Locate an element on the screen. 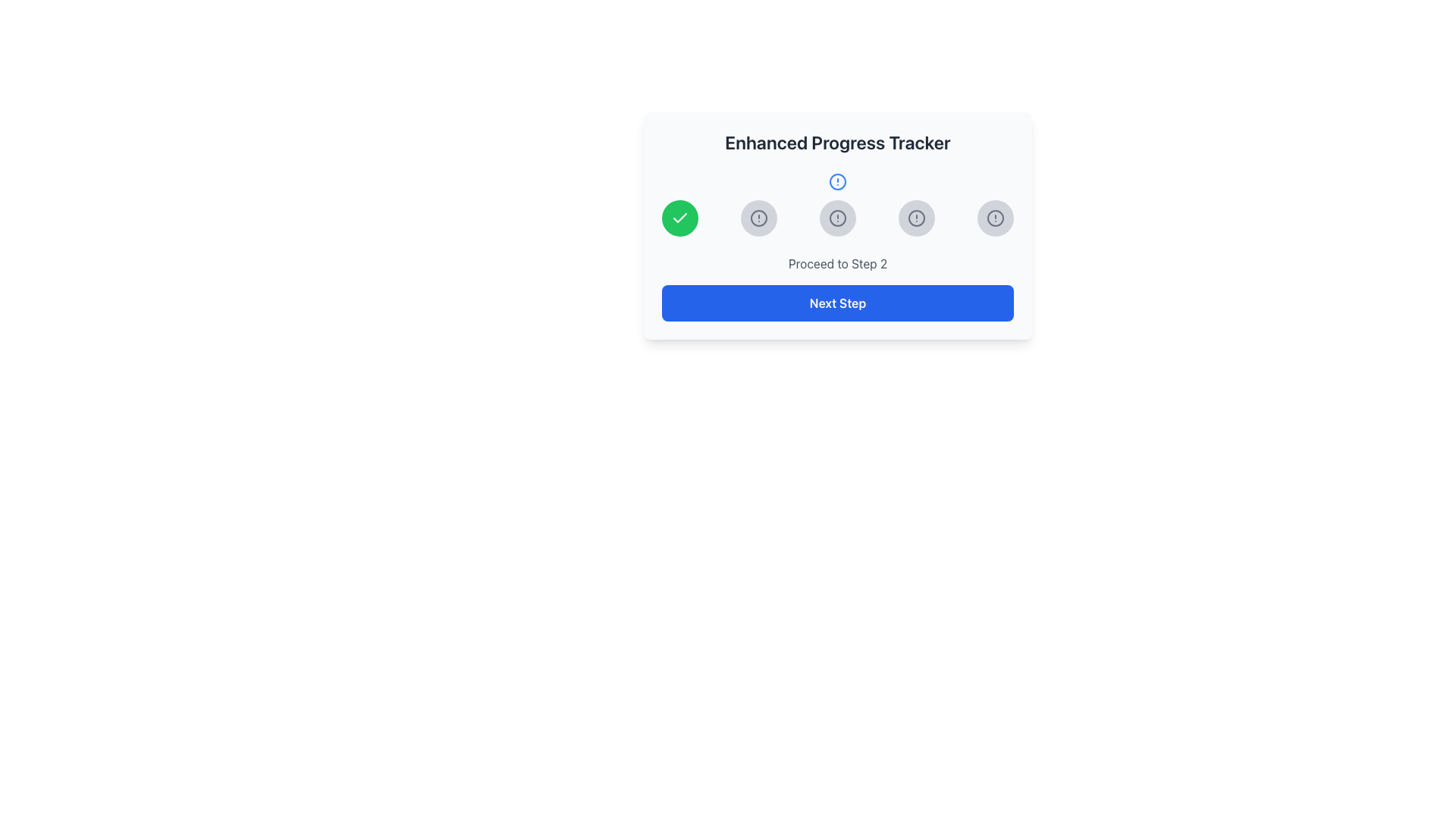 Image resolution: width=1456 pixels, height=819 pixels. the circular alert icon button with a light gray background and dark gray exclamation mark, positioned as the last element in a horizontal sequence of five icons is located at coordinates (996, 218).